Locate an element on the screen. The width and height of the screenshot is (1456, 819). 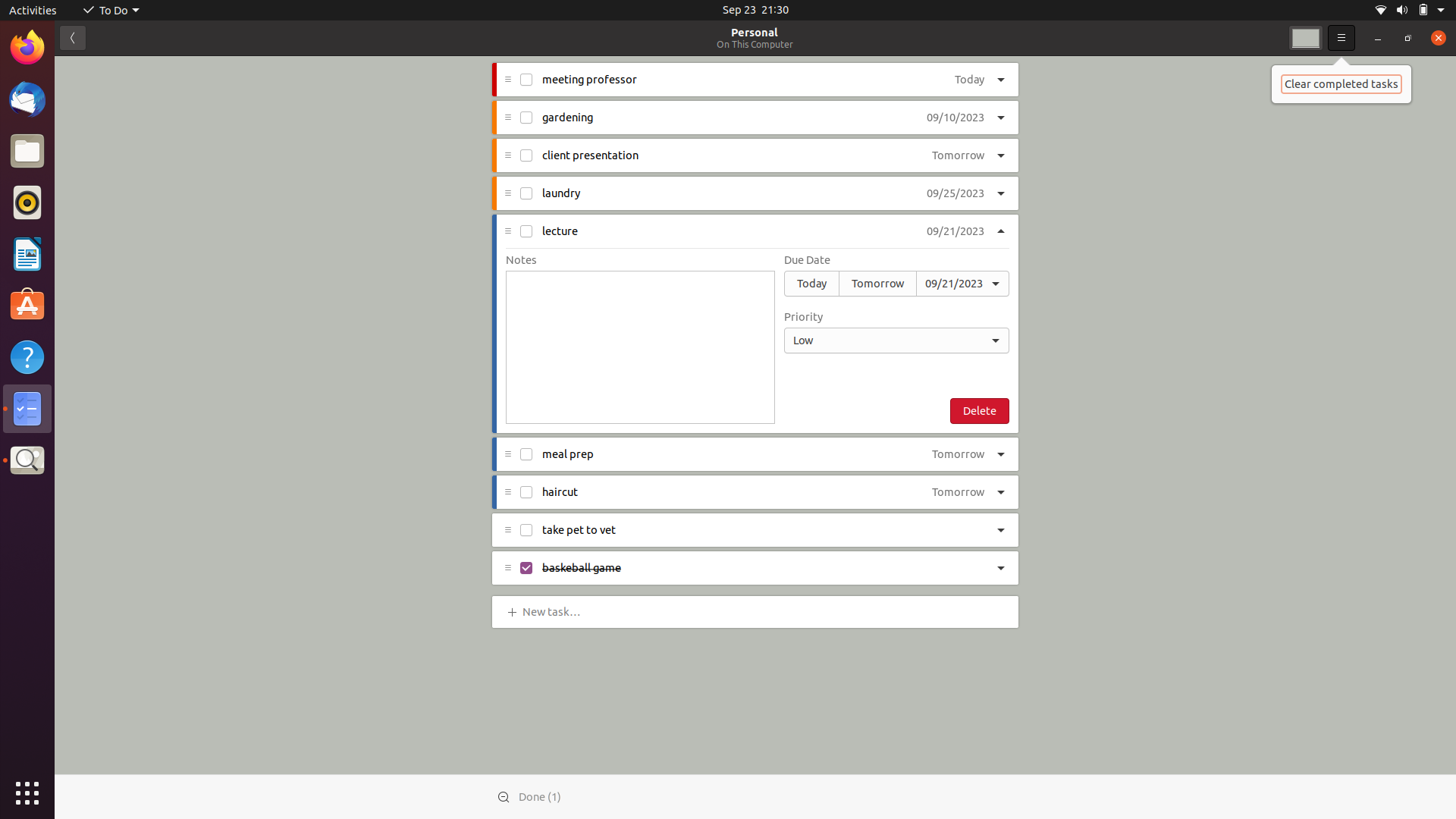
Finalise the "checkbox baseball game" task by marking it as done is located at coordinates (526, 569).